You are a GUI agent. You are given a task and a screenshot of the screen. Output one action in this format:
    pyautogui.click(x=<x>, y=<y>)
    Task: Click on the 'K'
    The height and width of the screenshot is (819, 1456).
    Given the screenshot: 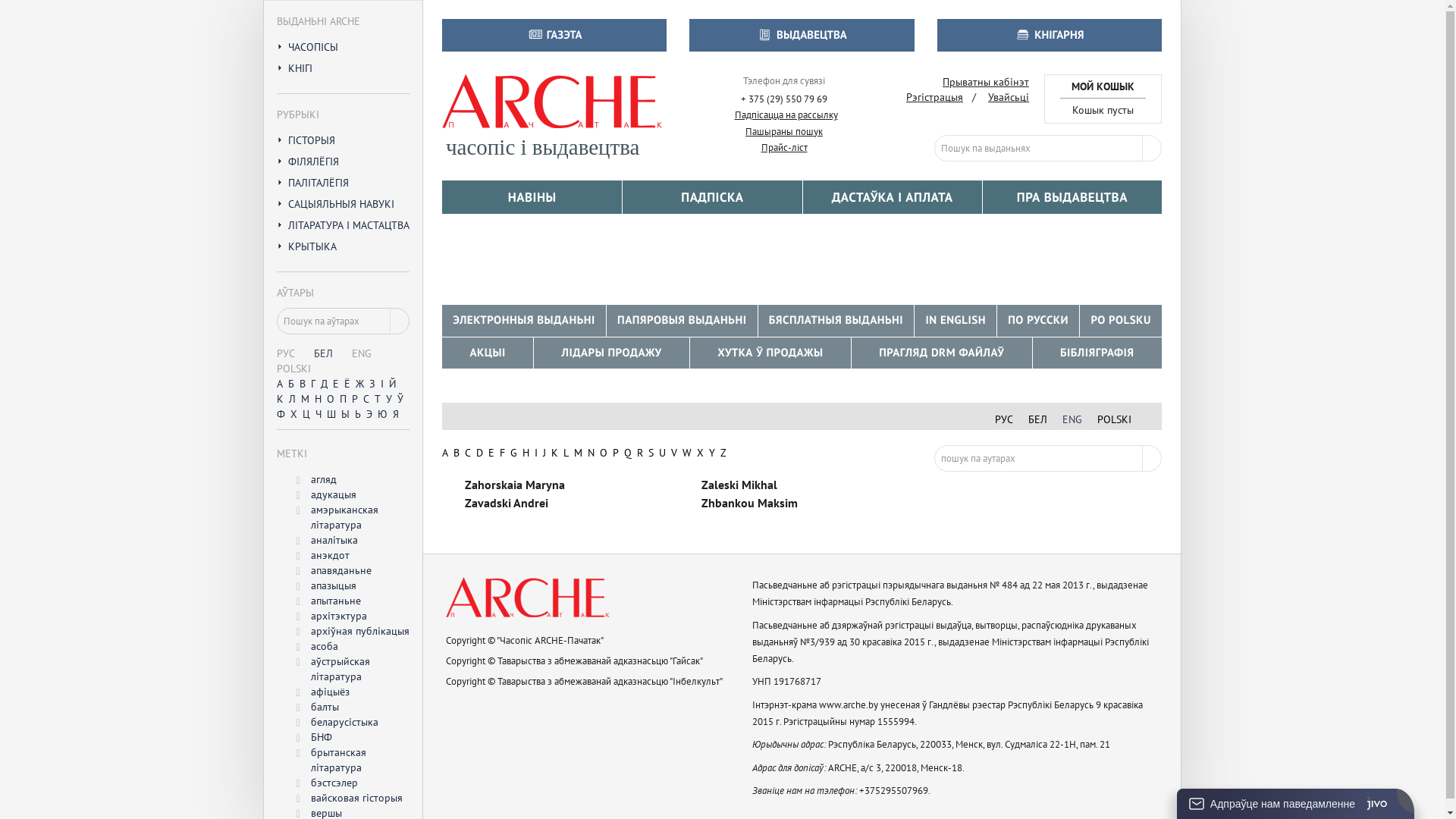 What is the action you would take?
    pyautogui.click(x=554, y=452)
    